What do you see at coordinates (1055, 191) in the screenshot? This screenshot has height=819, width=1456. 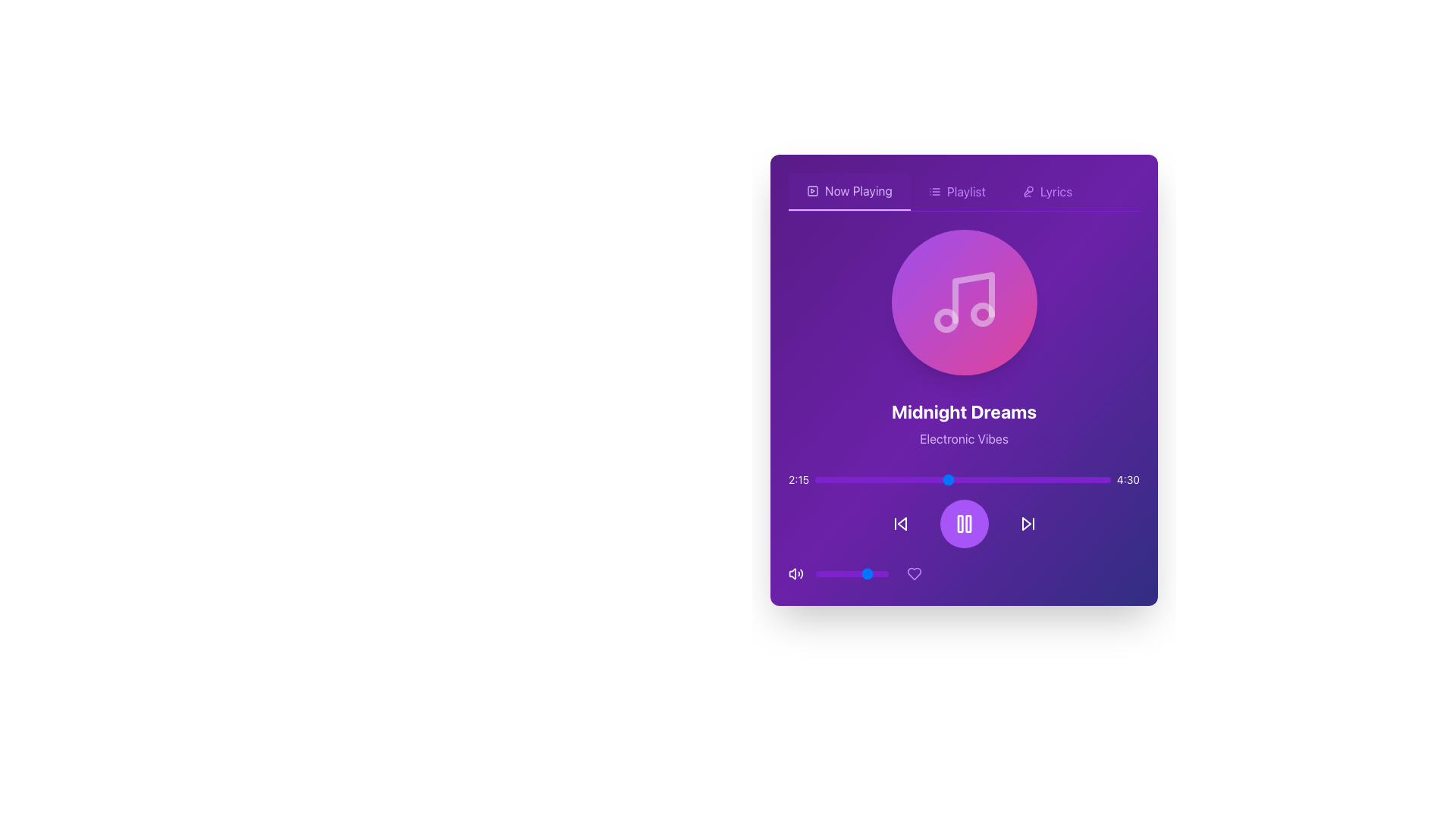 I see `the 'Lyrics' text label located at the top-right corner of the interactive panel` at bounding box center [1055, 191].